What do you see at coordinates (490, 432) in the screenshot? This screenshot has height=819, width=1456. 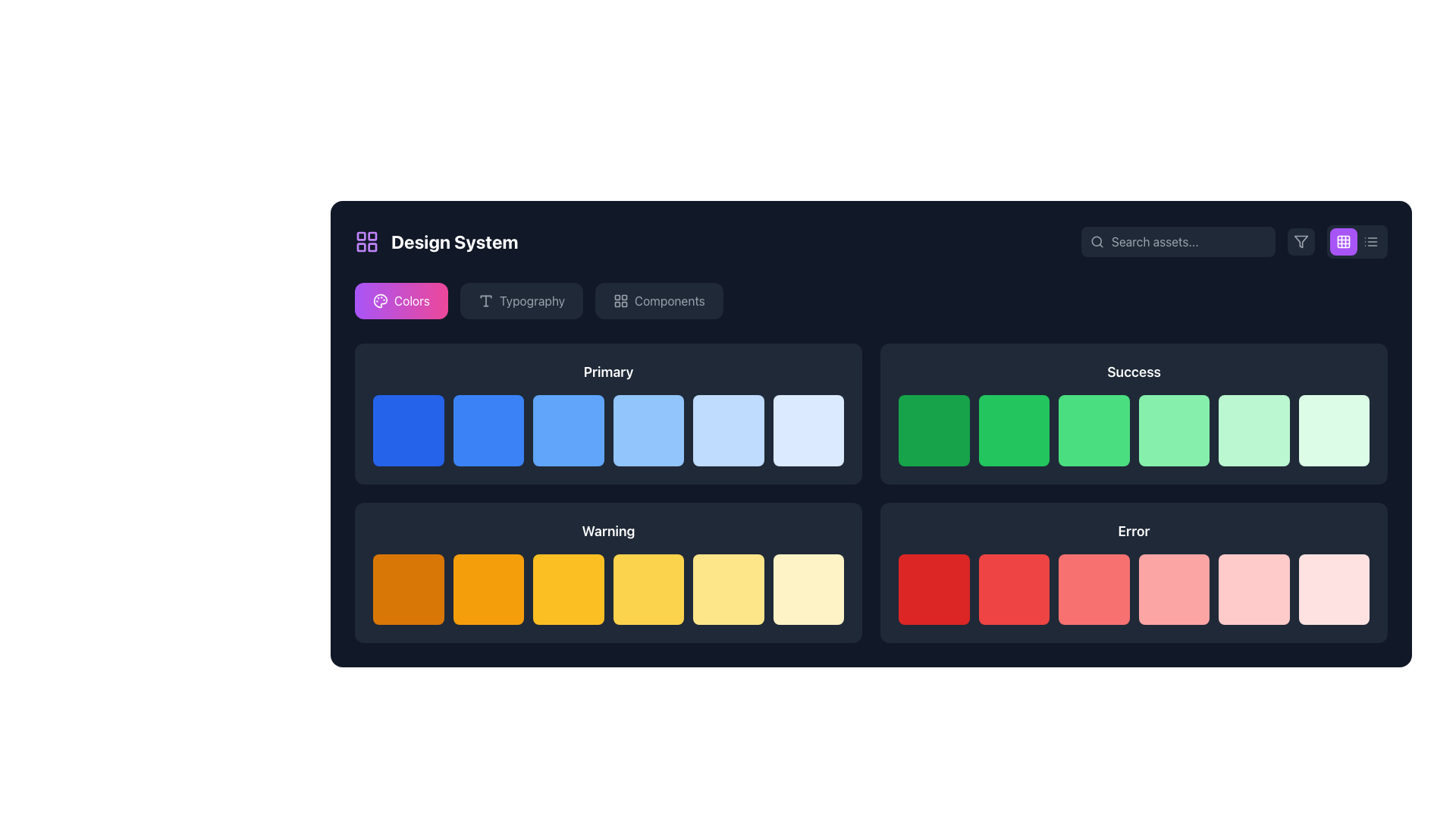 I see `the SVG graphic component that is part of a button-like feature in the middle row of the interface` at bounding box center [490, 432].